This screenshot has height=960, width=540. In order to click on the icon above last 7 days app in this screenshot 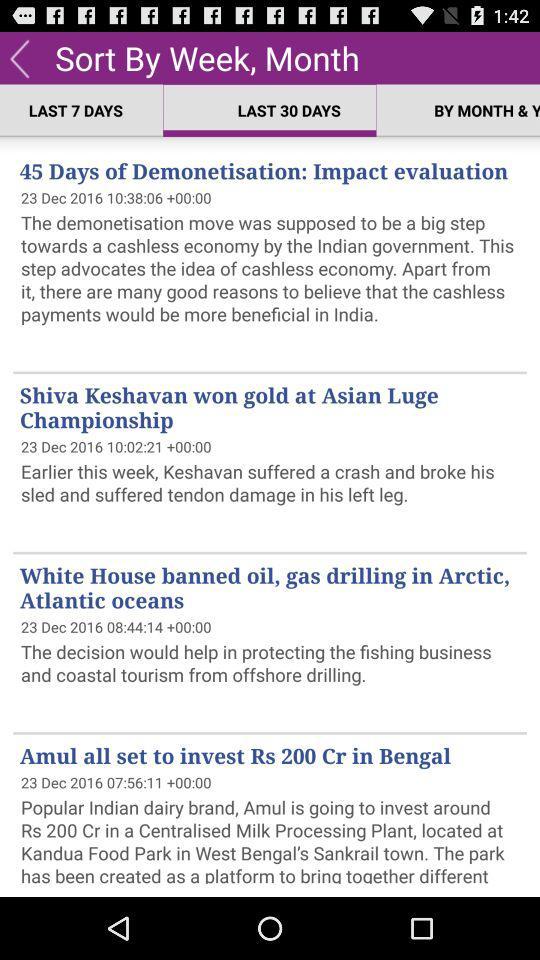, I will do `click(18, 56)`.